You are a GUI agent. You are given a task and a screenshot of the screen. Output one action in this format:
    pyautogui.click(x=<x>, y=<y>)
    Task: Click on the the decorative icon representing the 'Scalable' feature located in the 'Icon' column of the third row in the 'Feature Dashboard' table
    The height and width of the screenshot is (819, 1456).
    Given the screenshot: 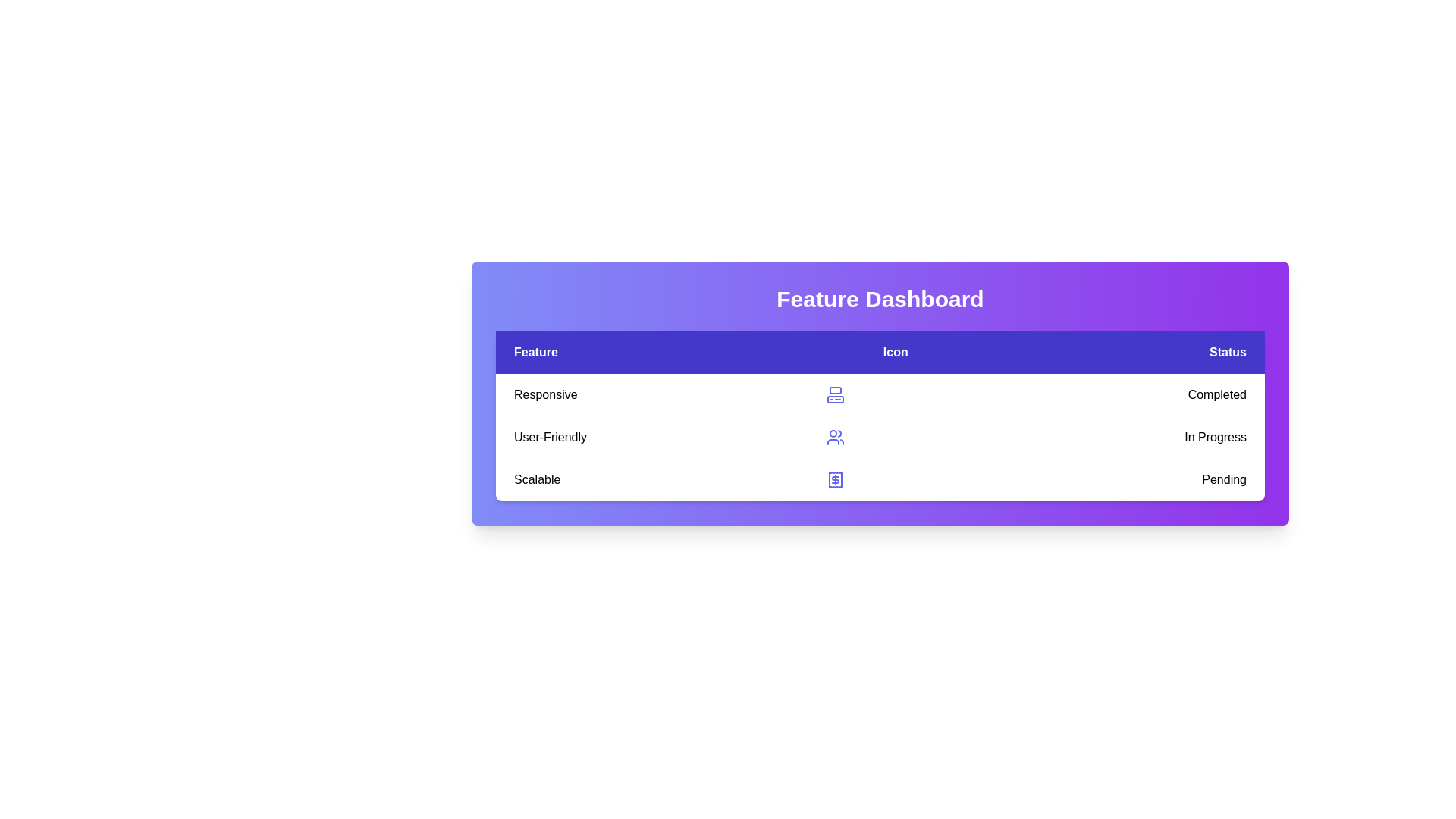 What is the action you would take?
    pyautogui.click(x=834, y=479)
    